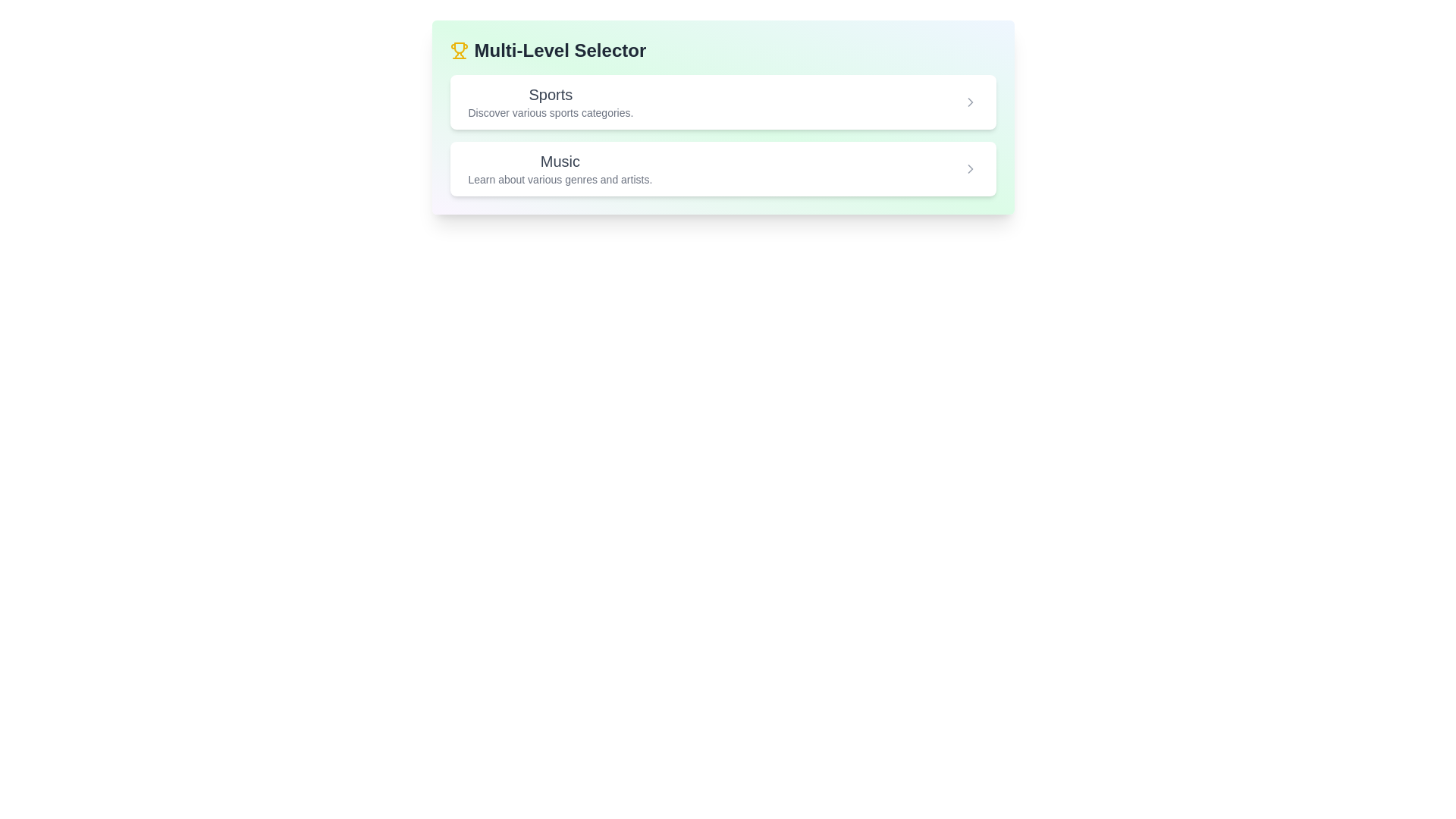 The height and width of the screenshot is (819, 1456). Describe the element at coordinates (559, 169) in the screenshot. I see `the 'Music' text-based list option, which is the second option under the 'Multi-Level Selector' header, displaying a larger bolded 'Music' and a smaller description below it` at that location.